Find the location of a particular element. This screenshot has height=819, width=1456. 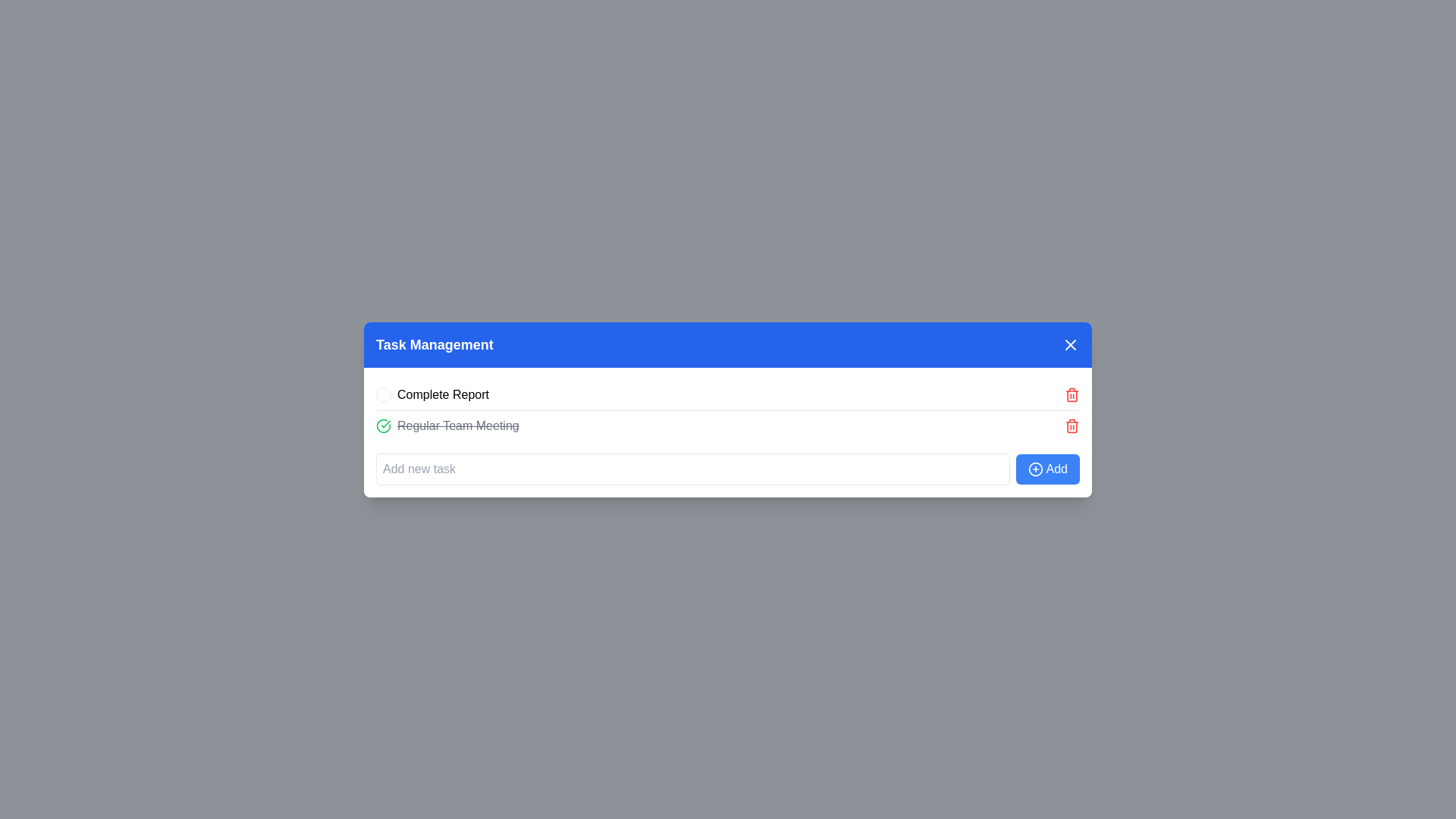

the static text label 'Complete Report' which is positioned next to a circle icon in the task management list interface is located at coordinates (442, 394).